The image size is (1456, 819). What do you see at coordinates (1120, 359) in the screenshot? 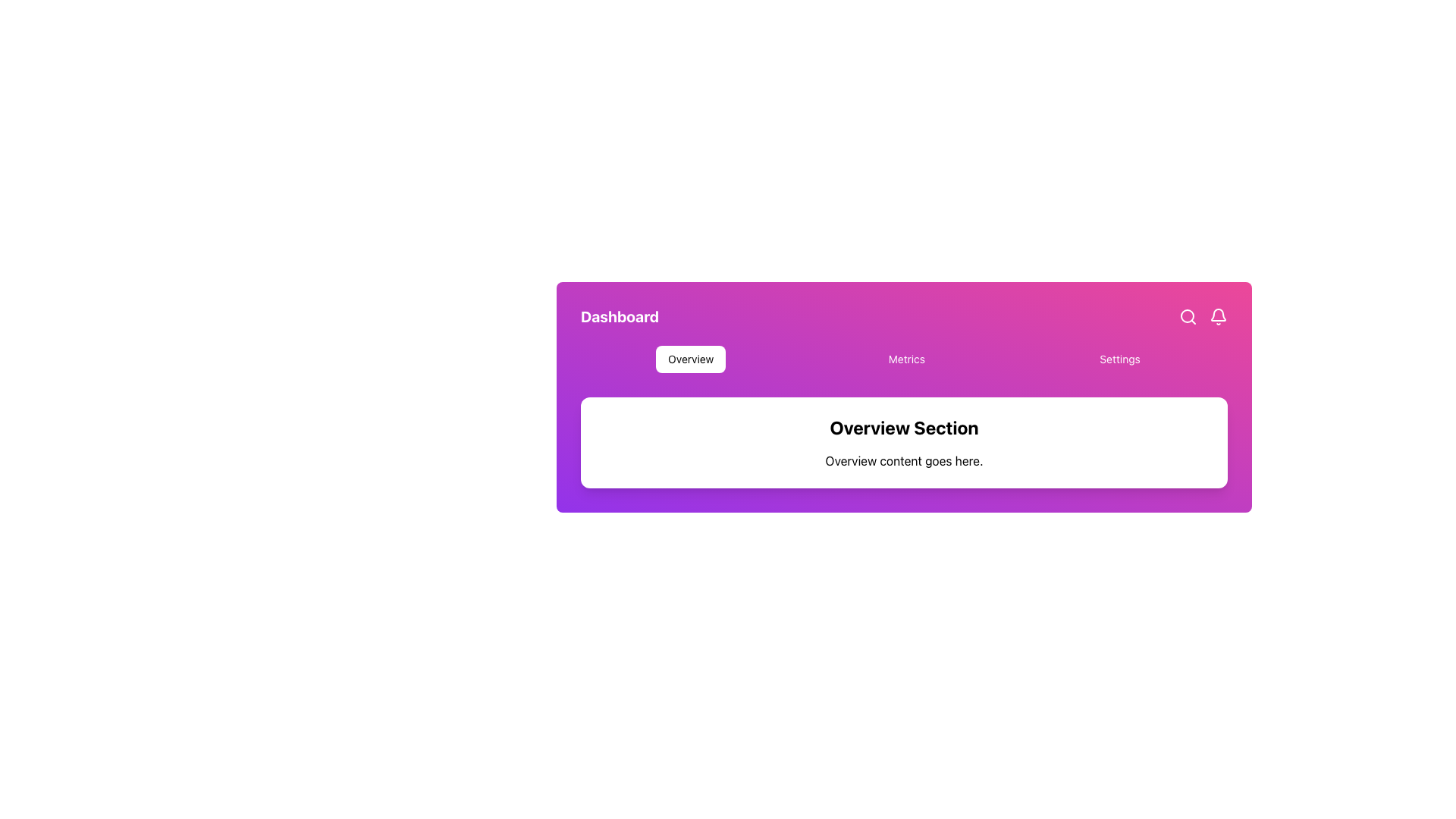
I see `the 'Settings' button in the horizontal menu bar to change its appearance` at bounding box center [1120, 359].